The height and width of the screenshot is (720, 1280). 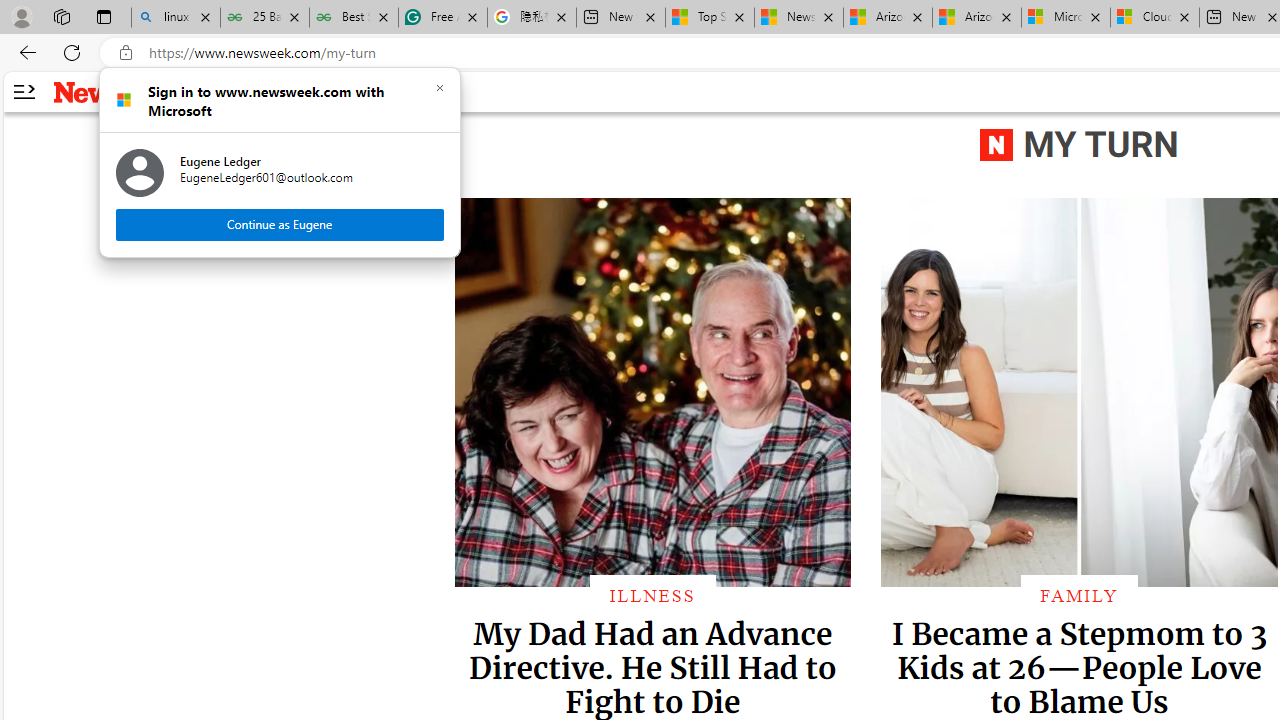 What do you see at coordinates (353, 17) in the screenshot?
I see `'Best SSL Certificates Provider in India - GeeksforGeeks'` at bounding box center [353, 17].